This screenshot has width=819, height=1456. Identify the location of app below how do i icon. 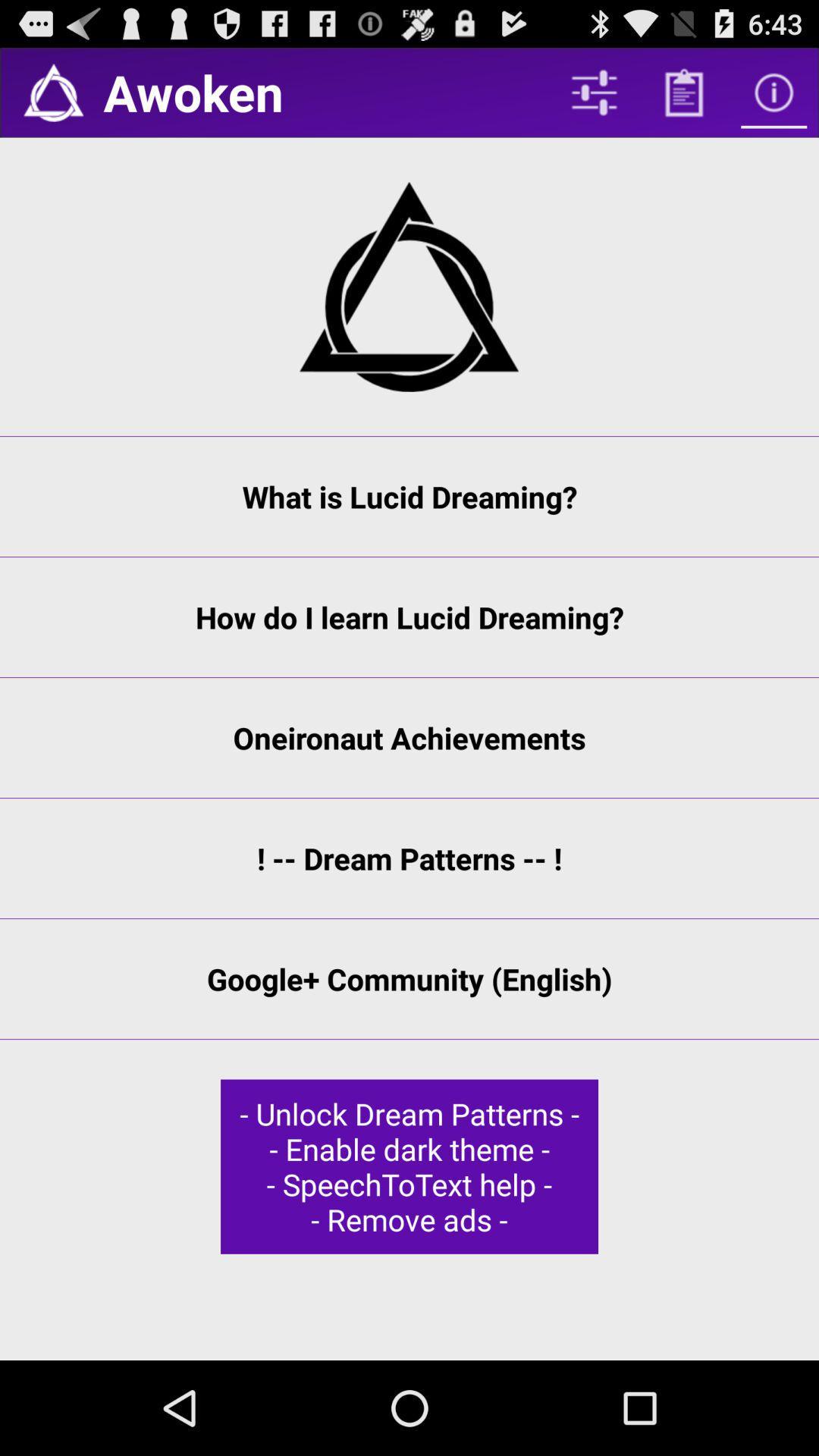
(409, 738).